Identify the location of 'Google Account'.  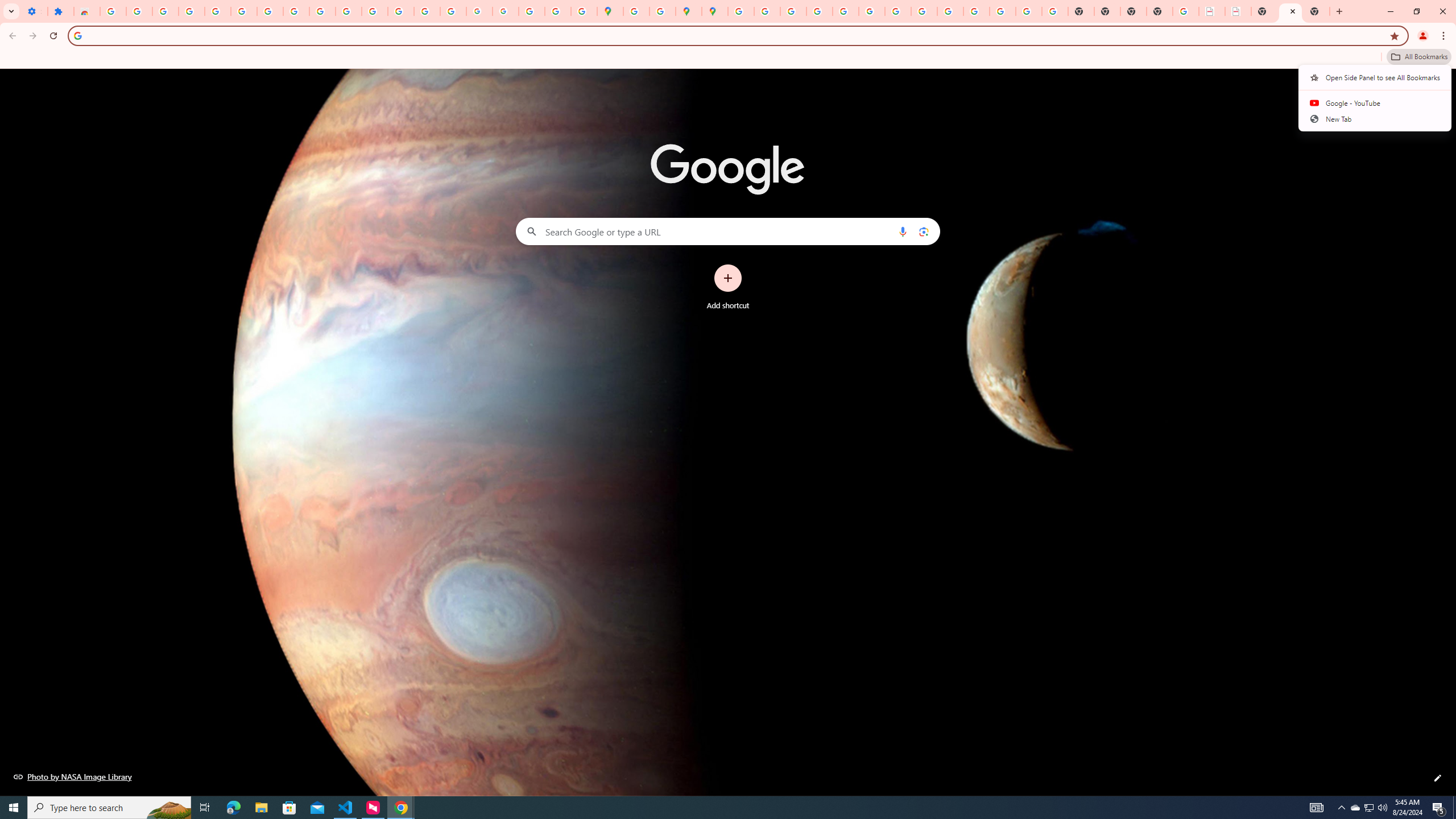
(295, 11).